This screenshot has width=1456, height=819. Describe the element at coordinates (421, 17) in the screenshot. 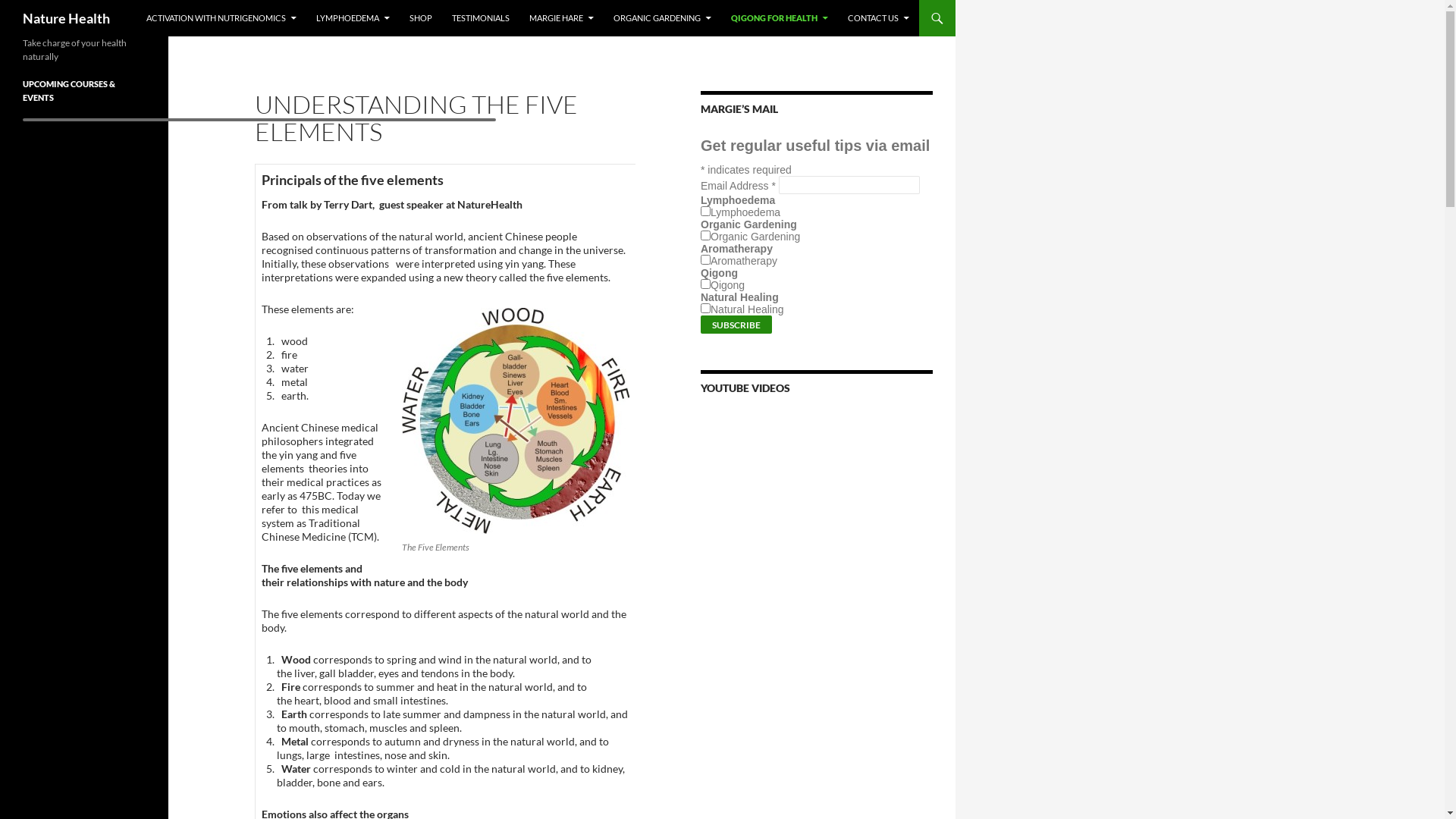

I see `'SHOP'` at that location.